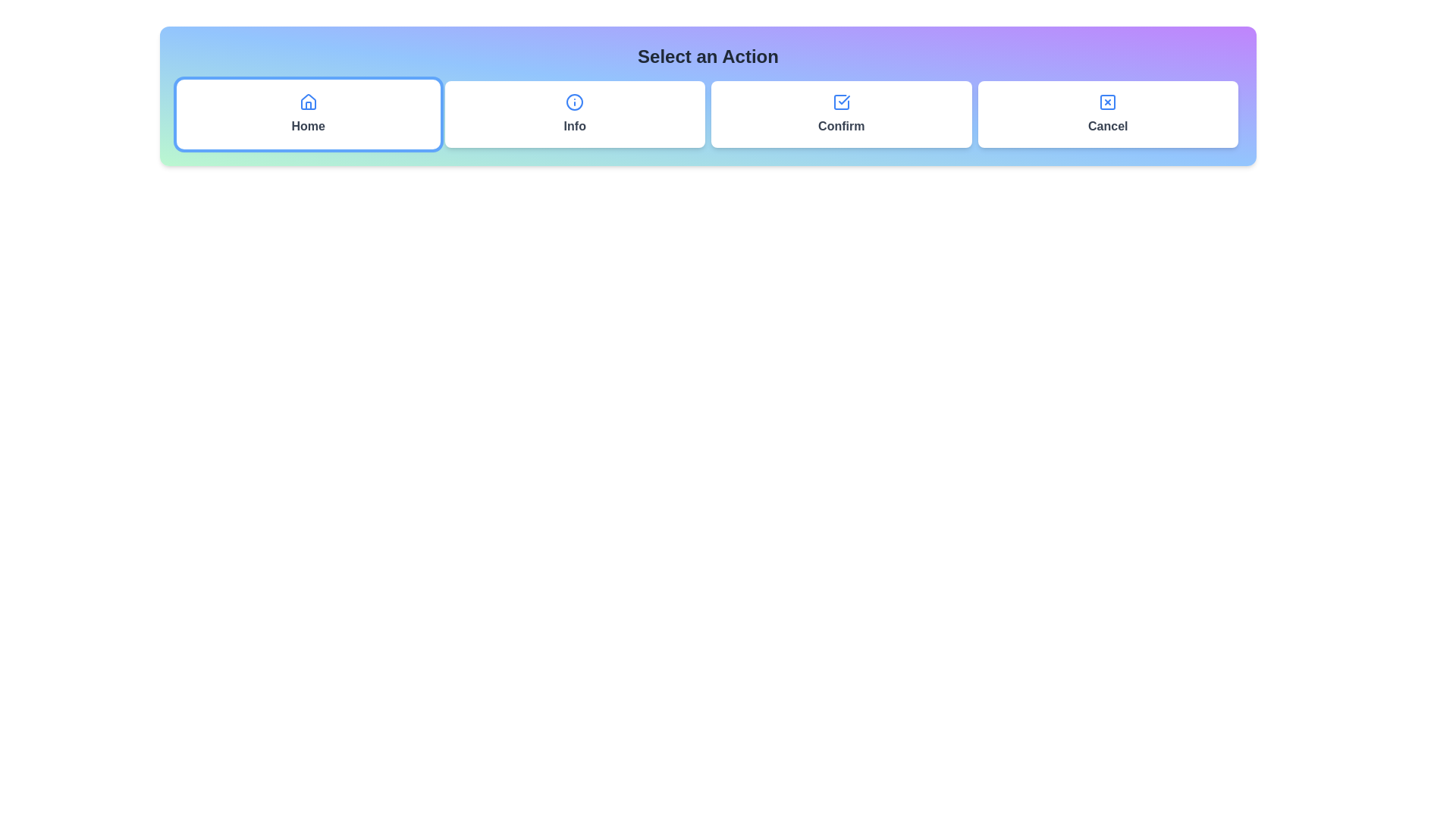 The image size is (1456, 819). Describe the element at coordinates (574, 113) in the screenshot. I see `the button labeled Info to observe its hover effect` at that location.